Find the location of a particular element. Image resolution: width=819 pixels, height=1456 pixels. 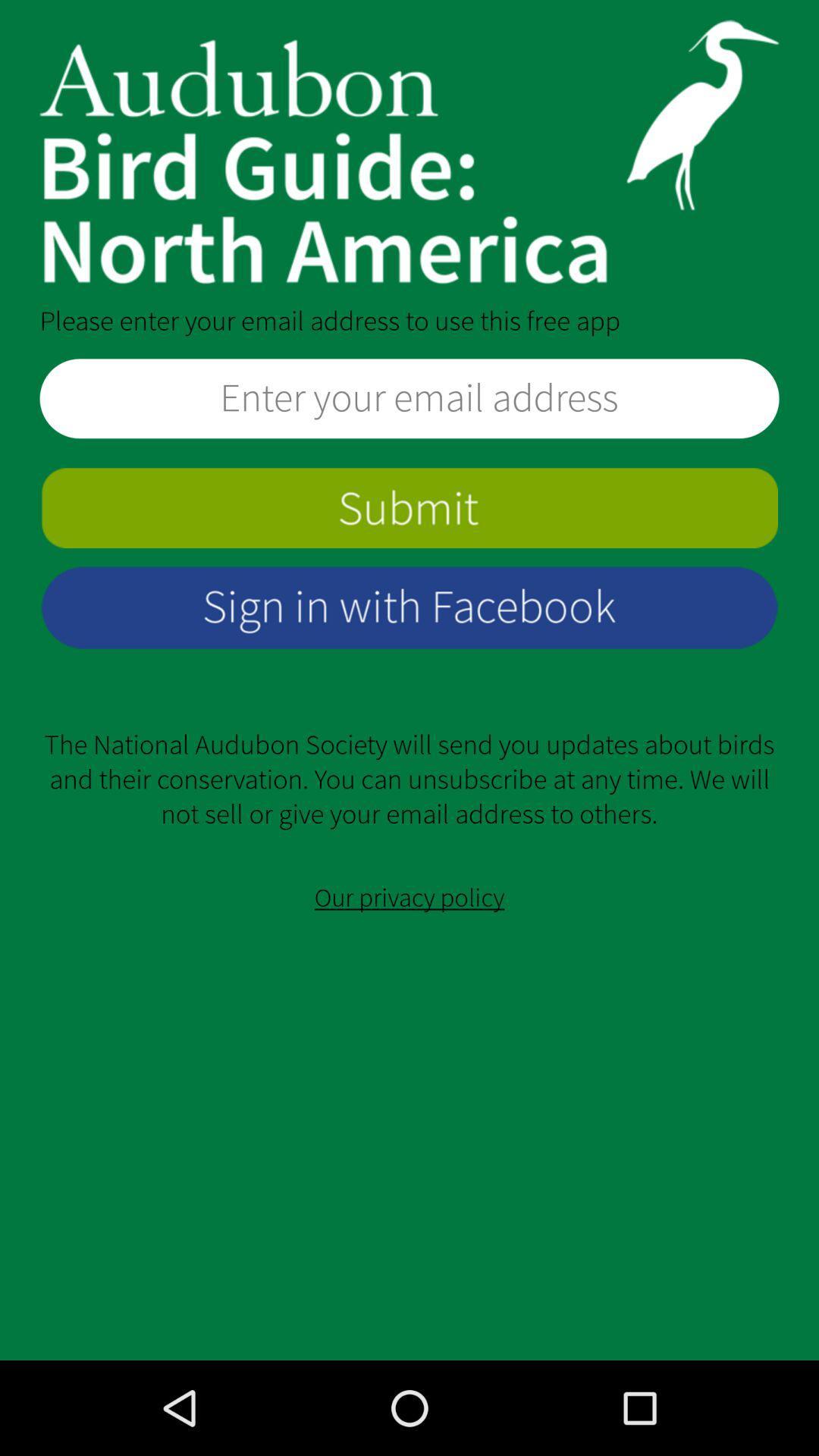

your email address is located at coordinates (409, 398).